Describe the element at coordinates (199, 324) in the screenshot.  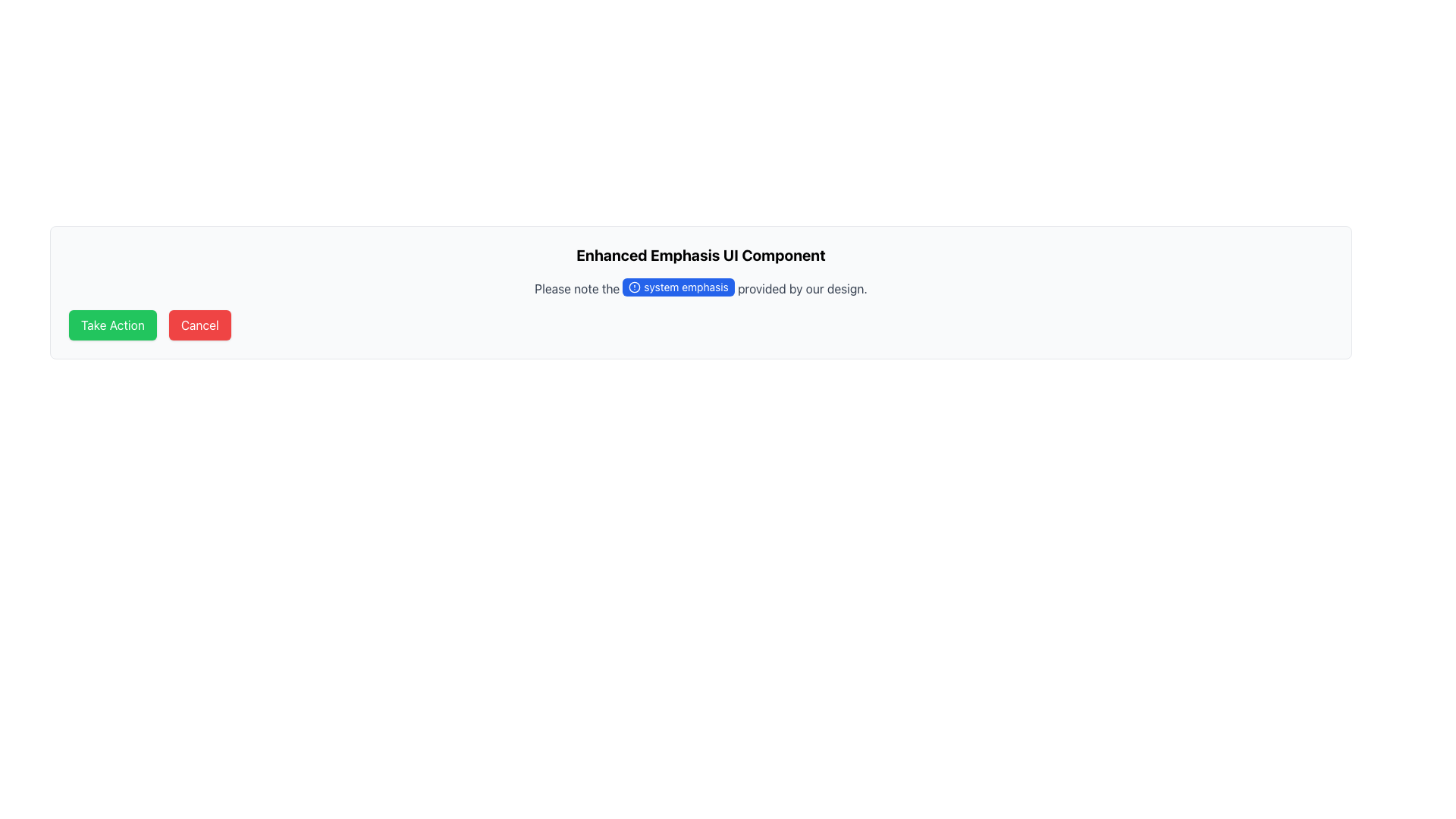
I see `the red 'Cancel' button with white text` at that location.